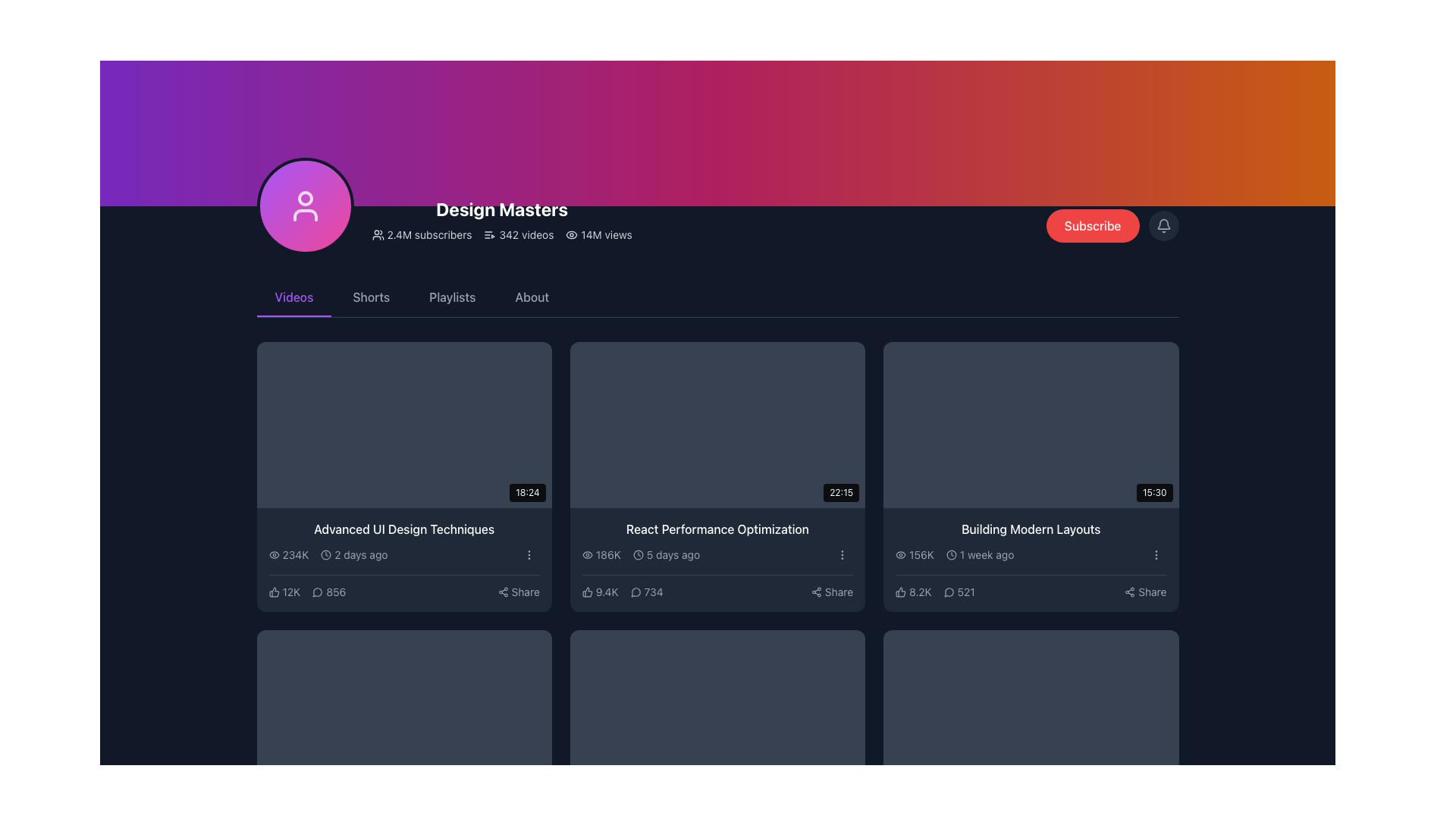 The height and width of the screenshot is (819, 1456). Describe the element at coordinates (641, 555) in the screenshot. I see `the metadata display group showing '186K' and '5 days ago' beneath the 'React Performance Optimization' video thumbnail to possibly see a tooltip or further information` at that location.